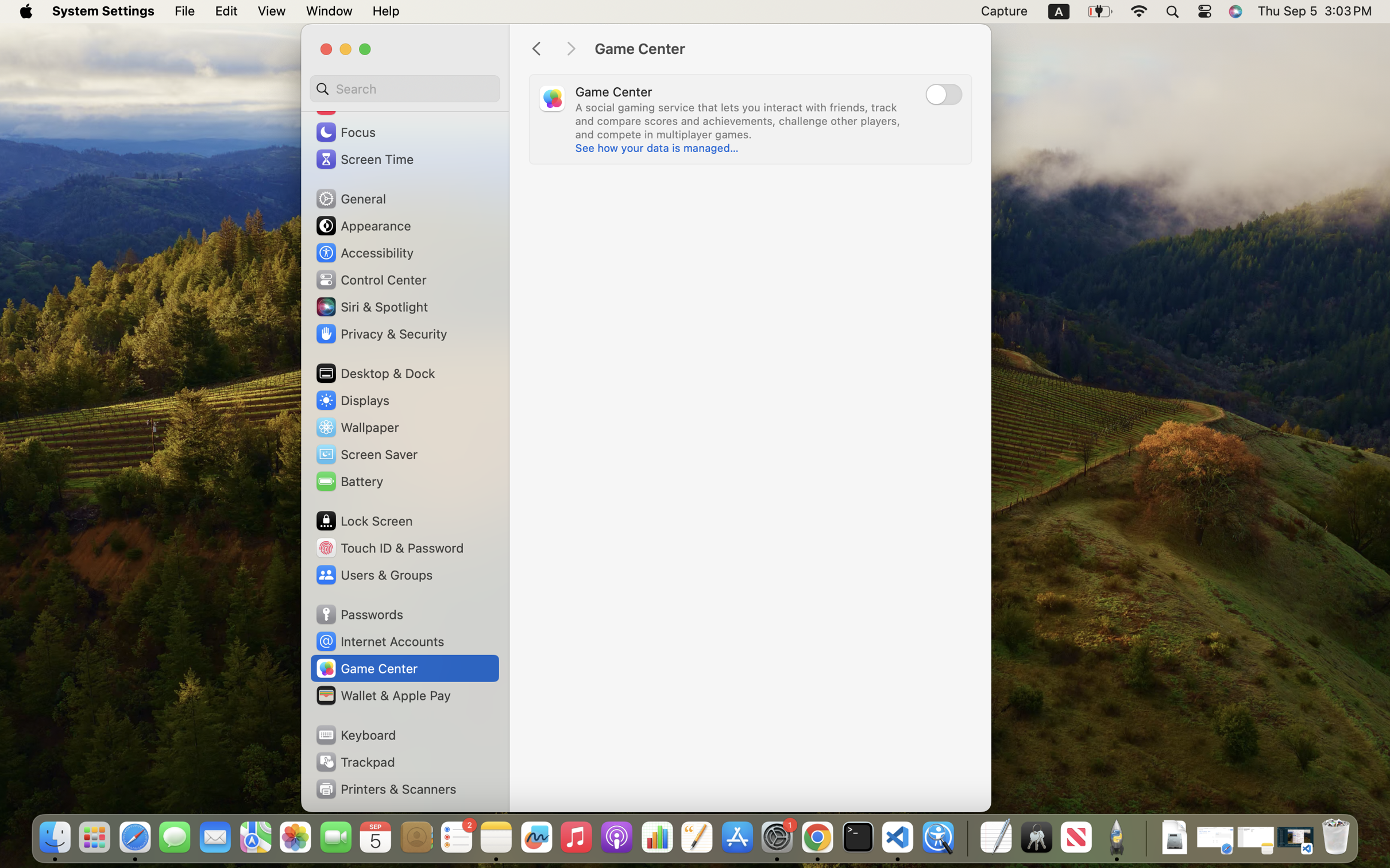 The image size is (1390, 868). Describe the element at coordinates (382, 695) in the screenshot. I see `'Wallet & Apple Pay'` at that location.